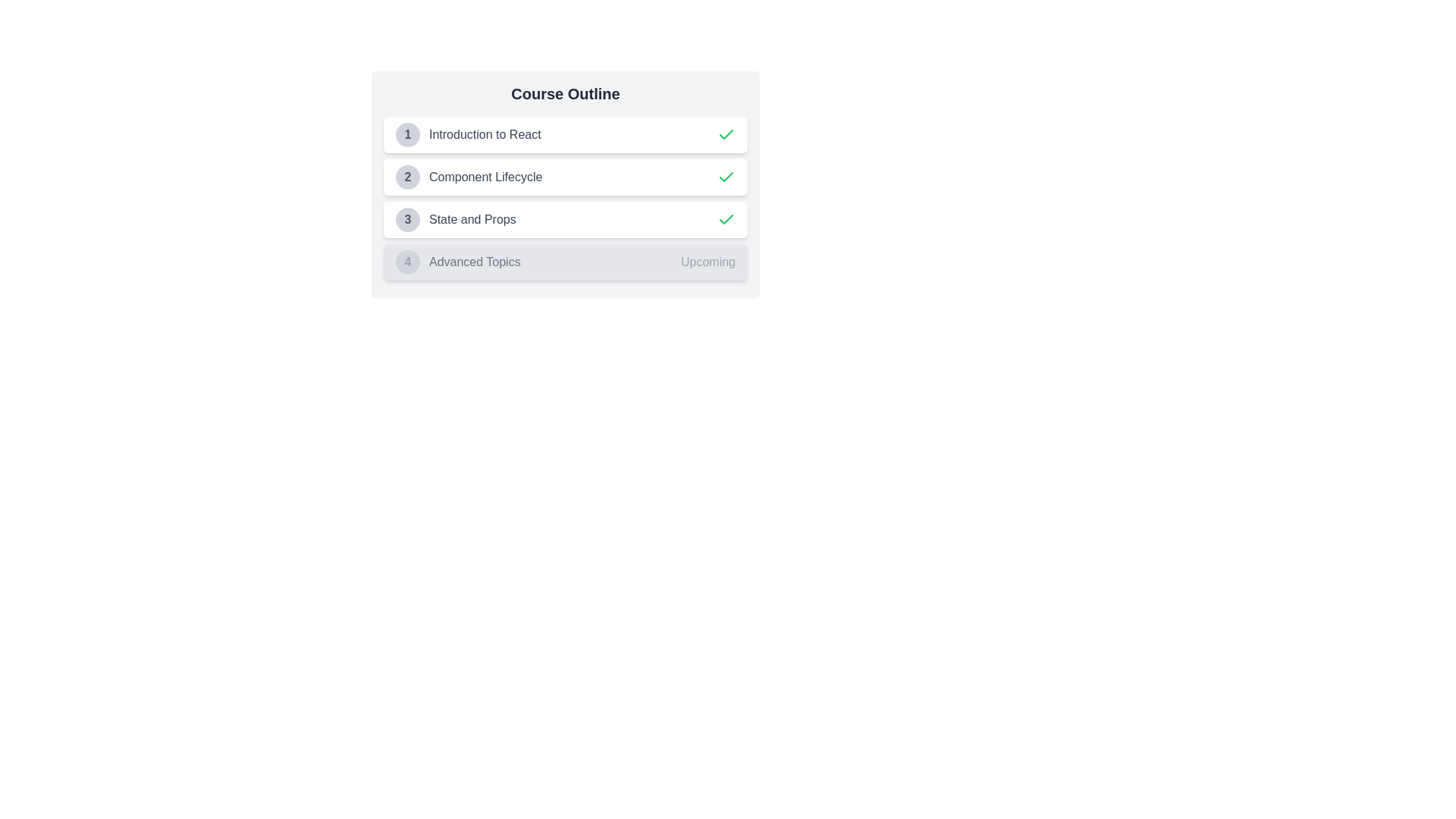  What do you see at coordinates (485, 177) in the screenshot?
I see `the text label displaying 'Component Lifecycle' which is styled with a gray font color and is the second item in the 'Course Outline' section` at bounding box center [485, 177].